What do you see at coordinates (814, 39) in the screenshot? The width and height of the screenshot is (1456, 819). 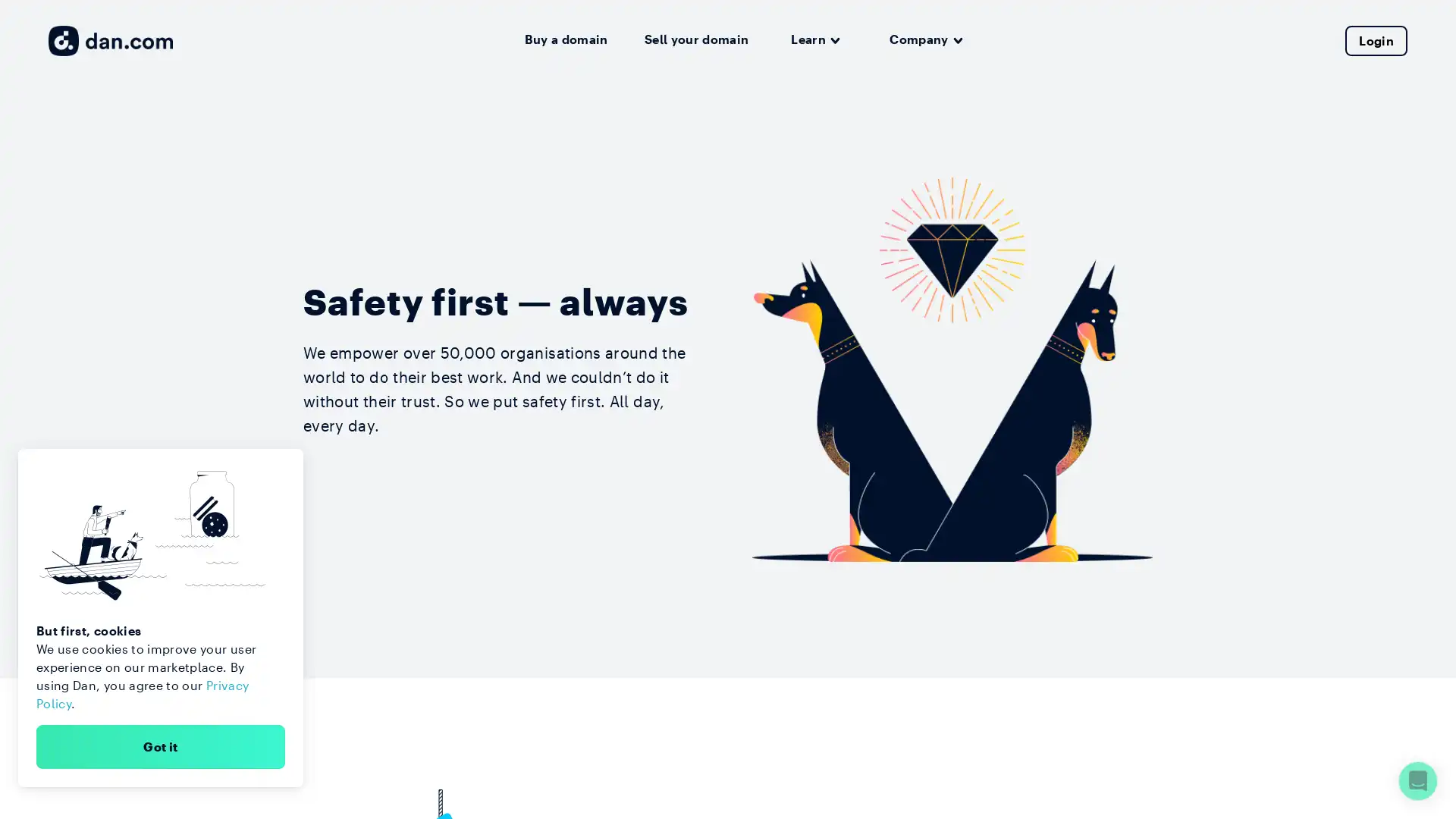 I see `Learn` at bounding box center [814, 39].